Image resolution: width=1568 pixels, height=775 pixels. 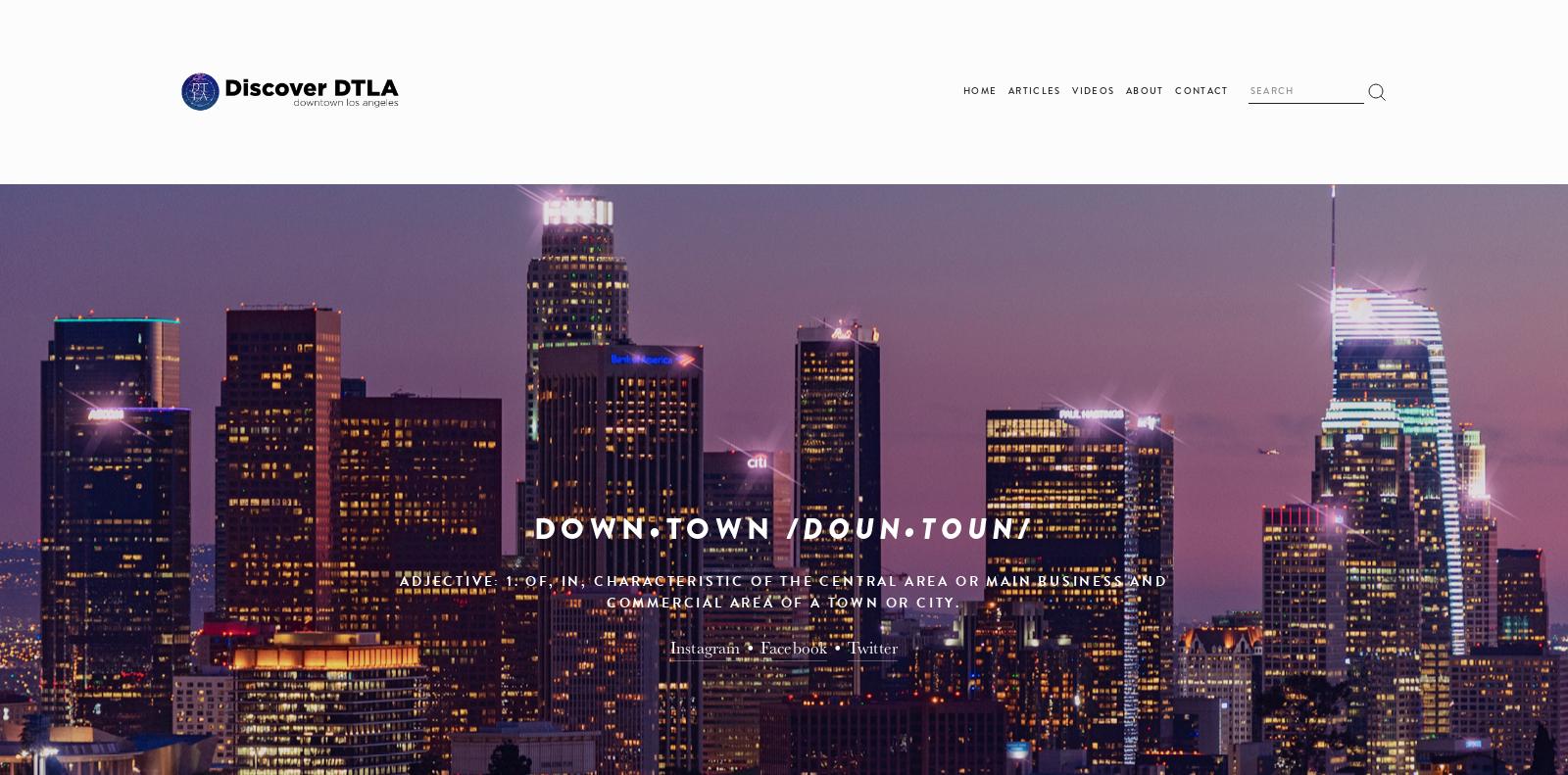 I want to click on 'Home', so click(x=978, y=91).